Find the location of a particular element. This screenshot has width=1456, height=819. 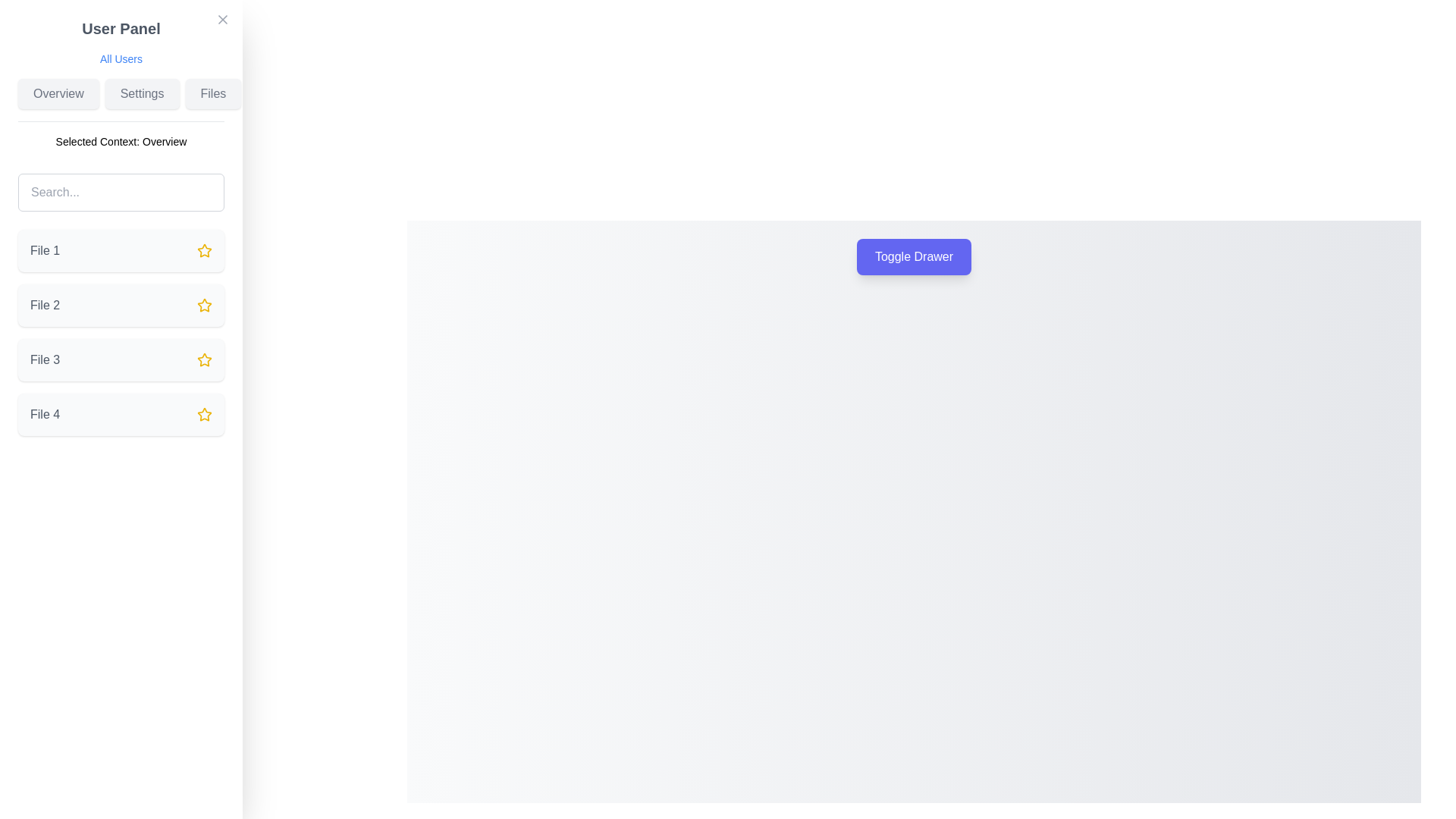

the star-shaped icon in yellow, located to the right of 'File 3' is located at coordinates (203, 359).